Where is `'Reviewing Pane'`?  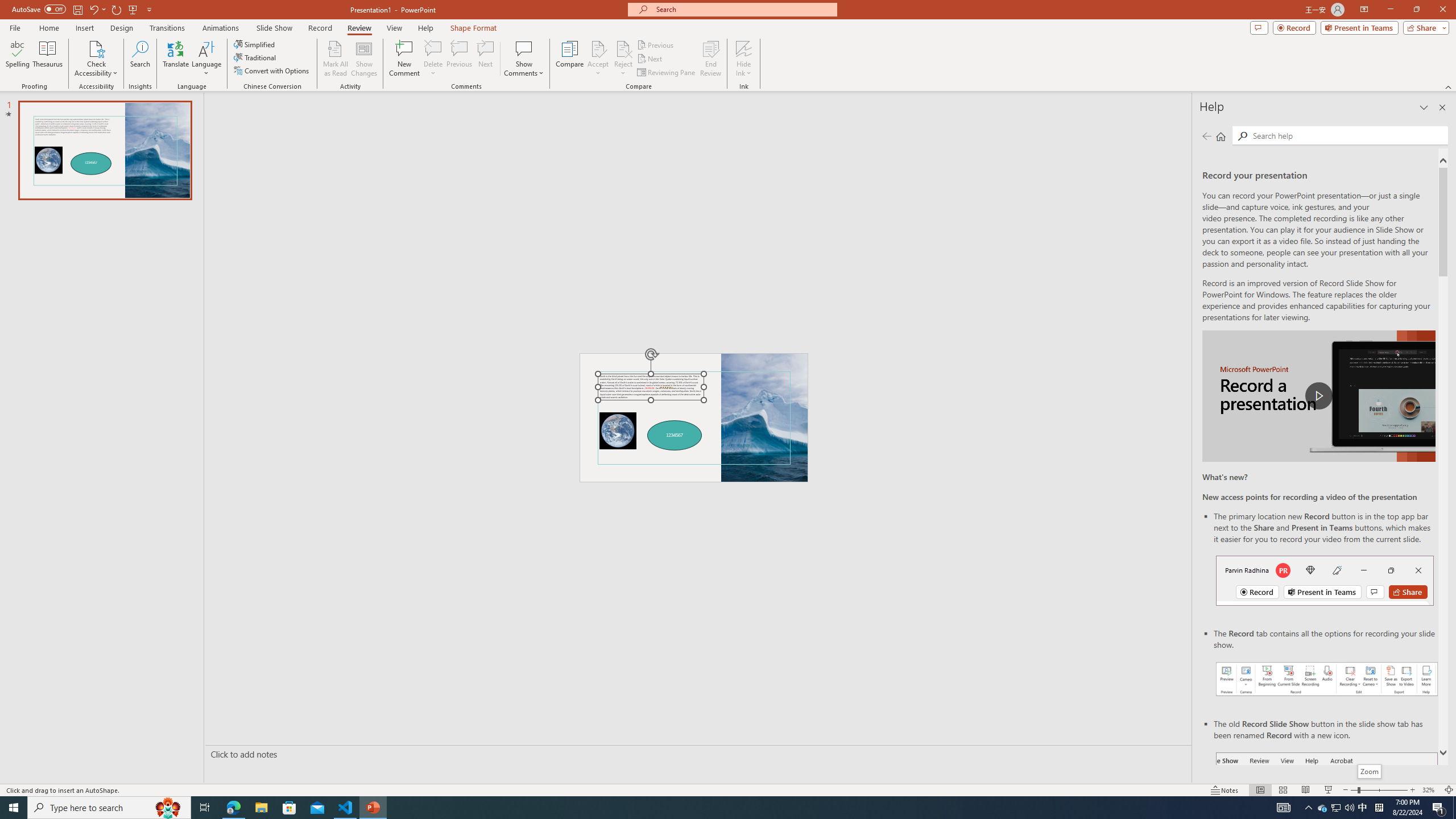
'Reviewing Pane' is located at coordinates (666, 72).